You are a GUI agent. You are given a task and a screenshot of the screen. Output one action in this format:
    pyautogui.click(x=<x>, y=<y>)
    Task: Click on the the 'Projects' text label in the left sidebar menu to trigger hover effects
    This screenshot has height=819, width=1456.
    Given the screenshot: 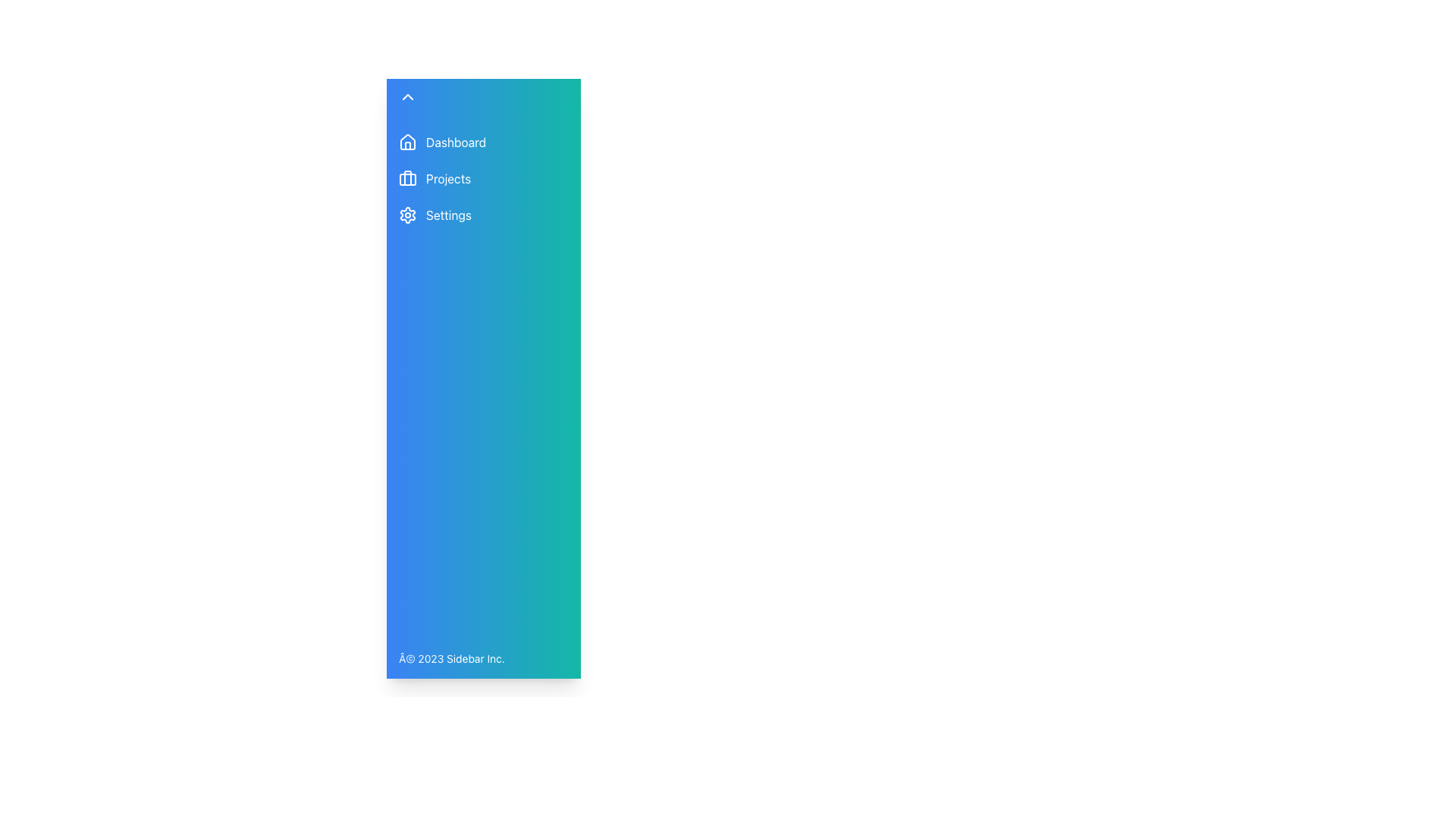 What is the action you would take?
    pyautogui.click(x=447, y=177)
    